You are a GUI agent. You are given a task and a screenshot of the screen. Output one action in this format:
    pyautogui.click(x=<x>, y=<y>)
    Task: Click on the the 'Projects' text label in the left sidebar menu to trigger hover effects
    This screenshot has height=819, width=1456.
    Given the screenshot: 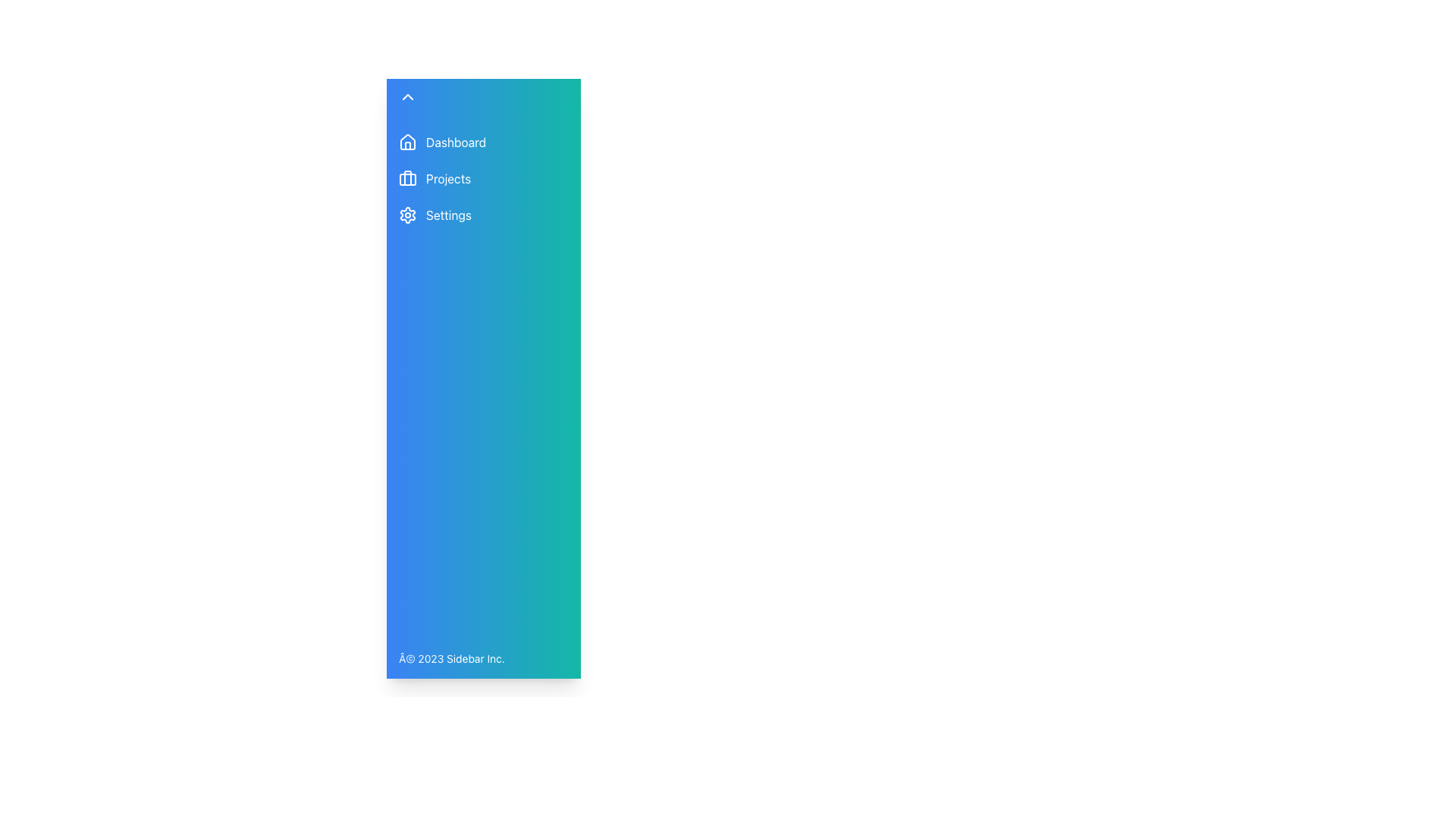 What is the action you would take?
    pyautogui.click(x=447, y=177)
    